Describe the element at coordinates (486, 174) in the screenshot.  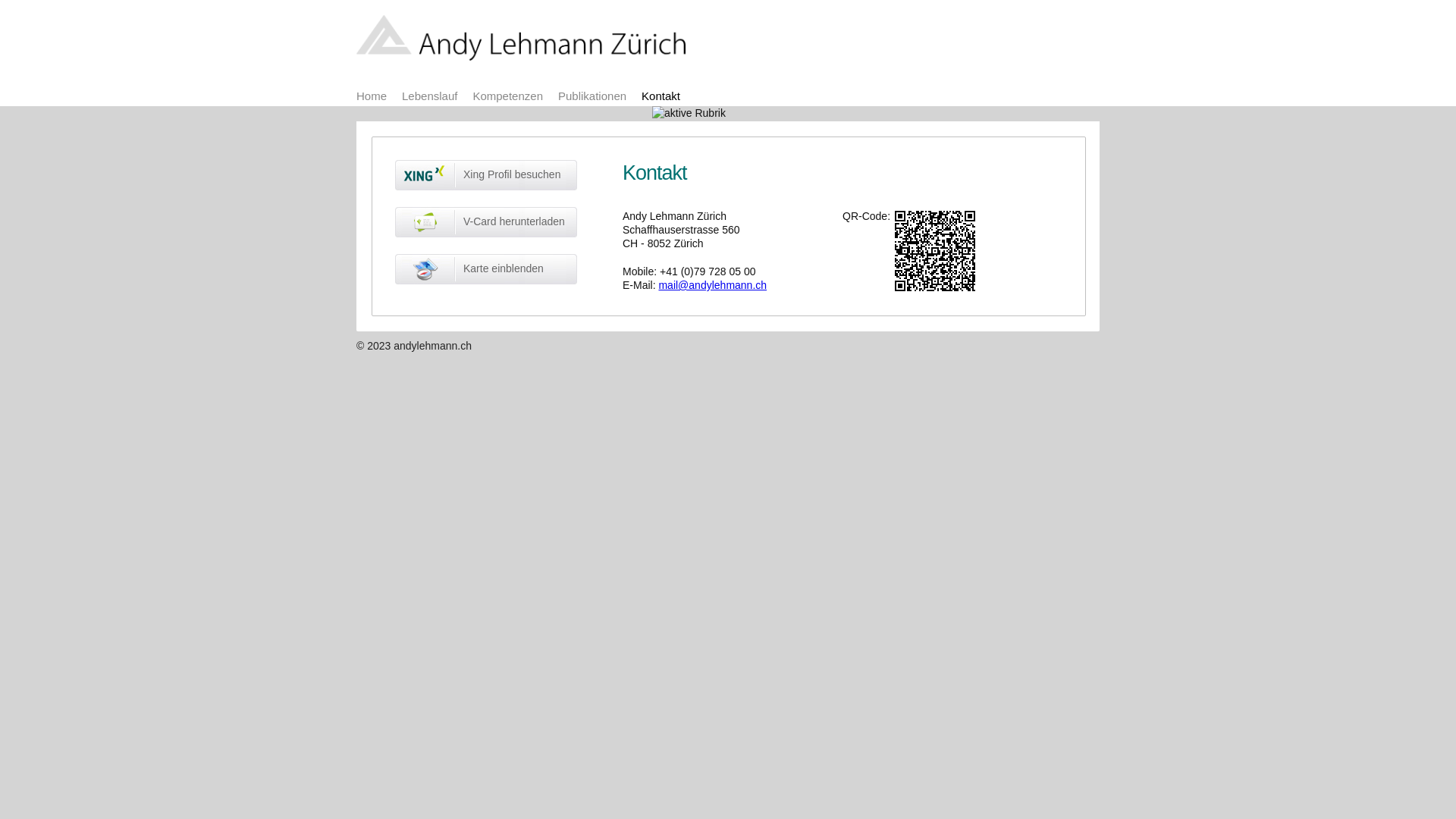
I see `'Xing Profil besuchen'` at that location.